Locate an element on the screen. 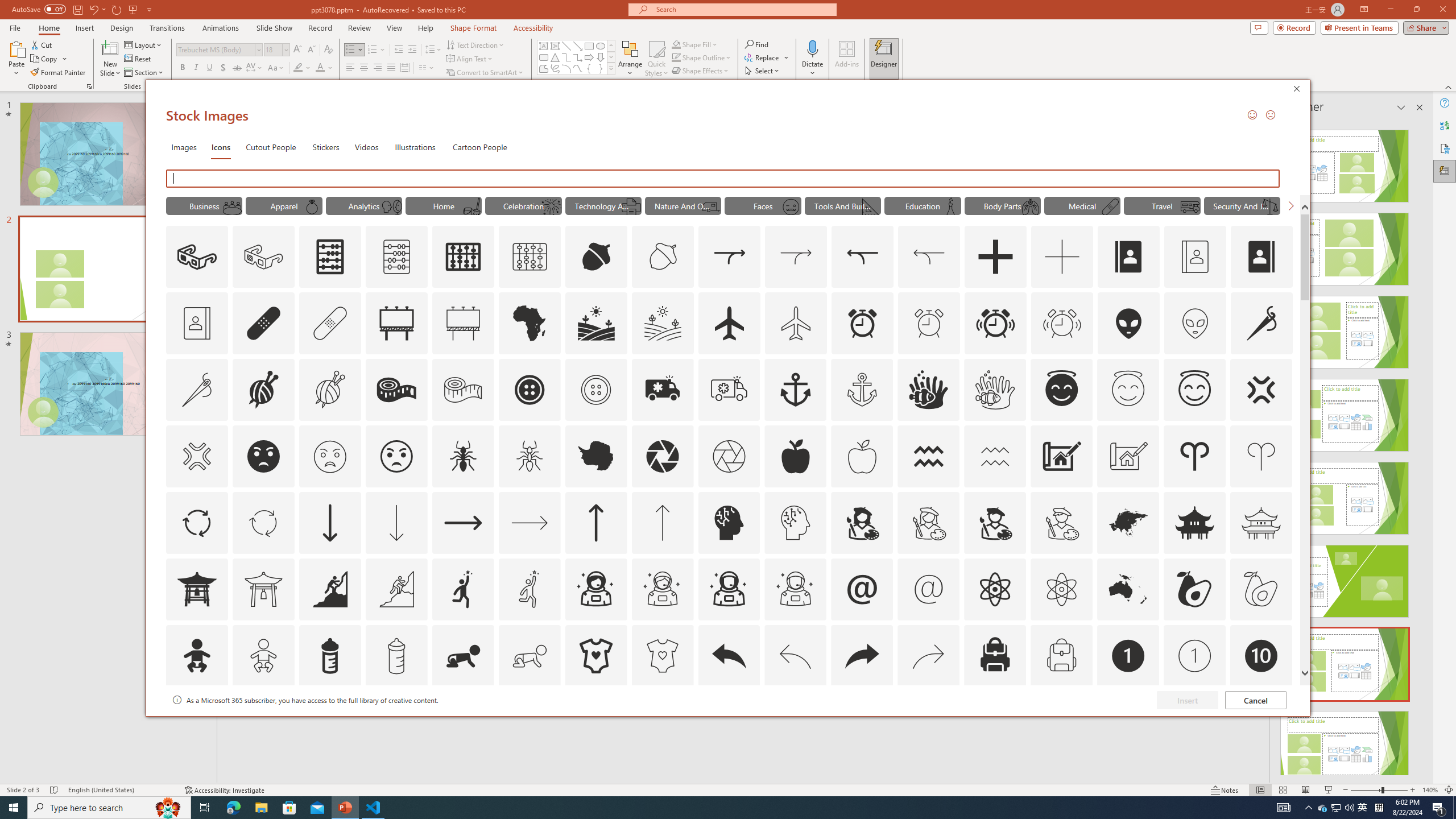 This screenshot has width=1456, height=819. 'AutomationID: Icons_Atom' is located at coordinates (995, 588).